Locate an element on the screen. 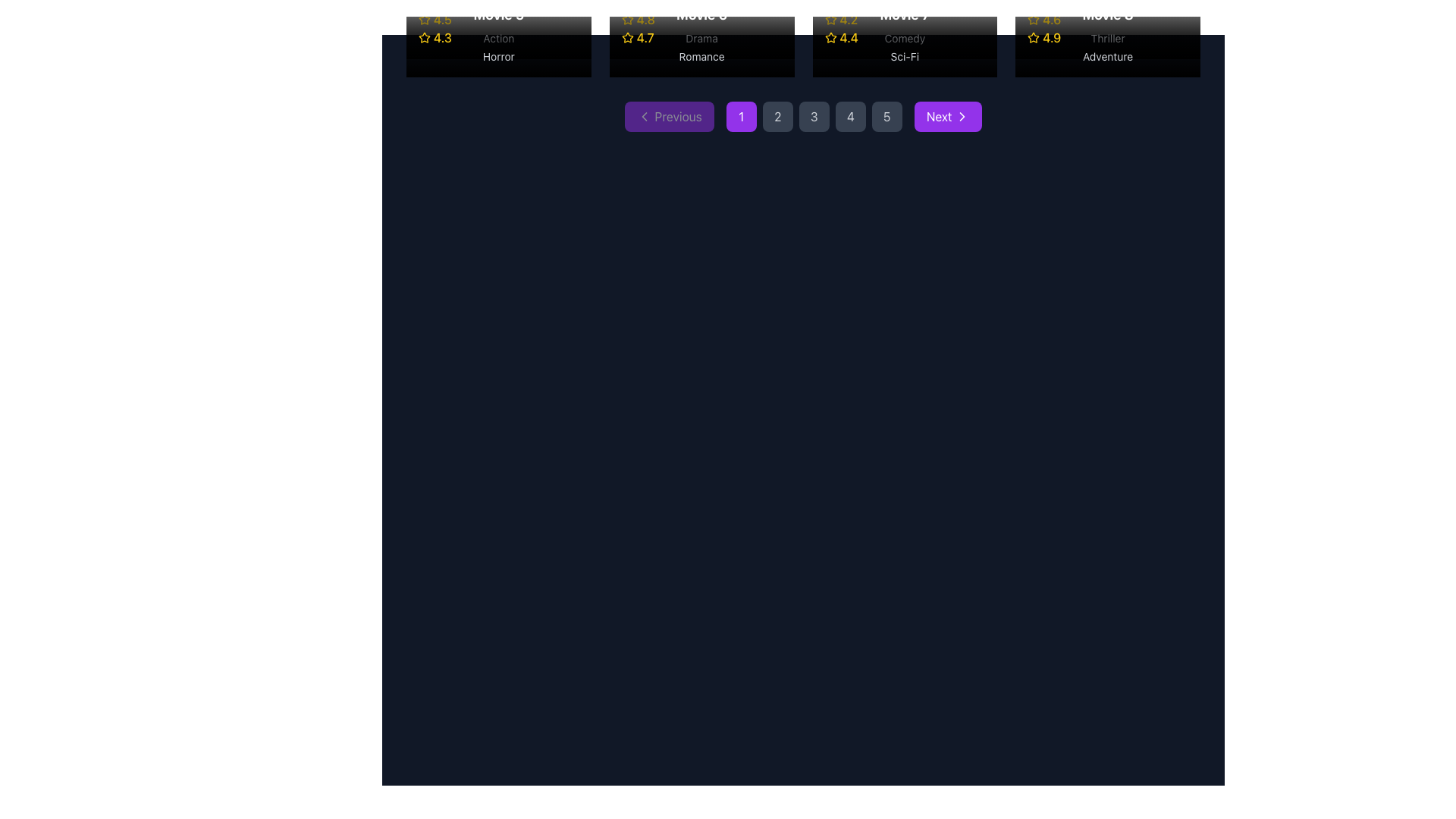 This screenshot has height=819, width=1456. the button for selecting the third page in the pagination control is located at coordinates (802, 116).